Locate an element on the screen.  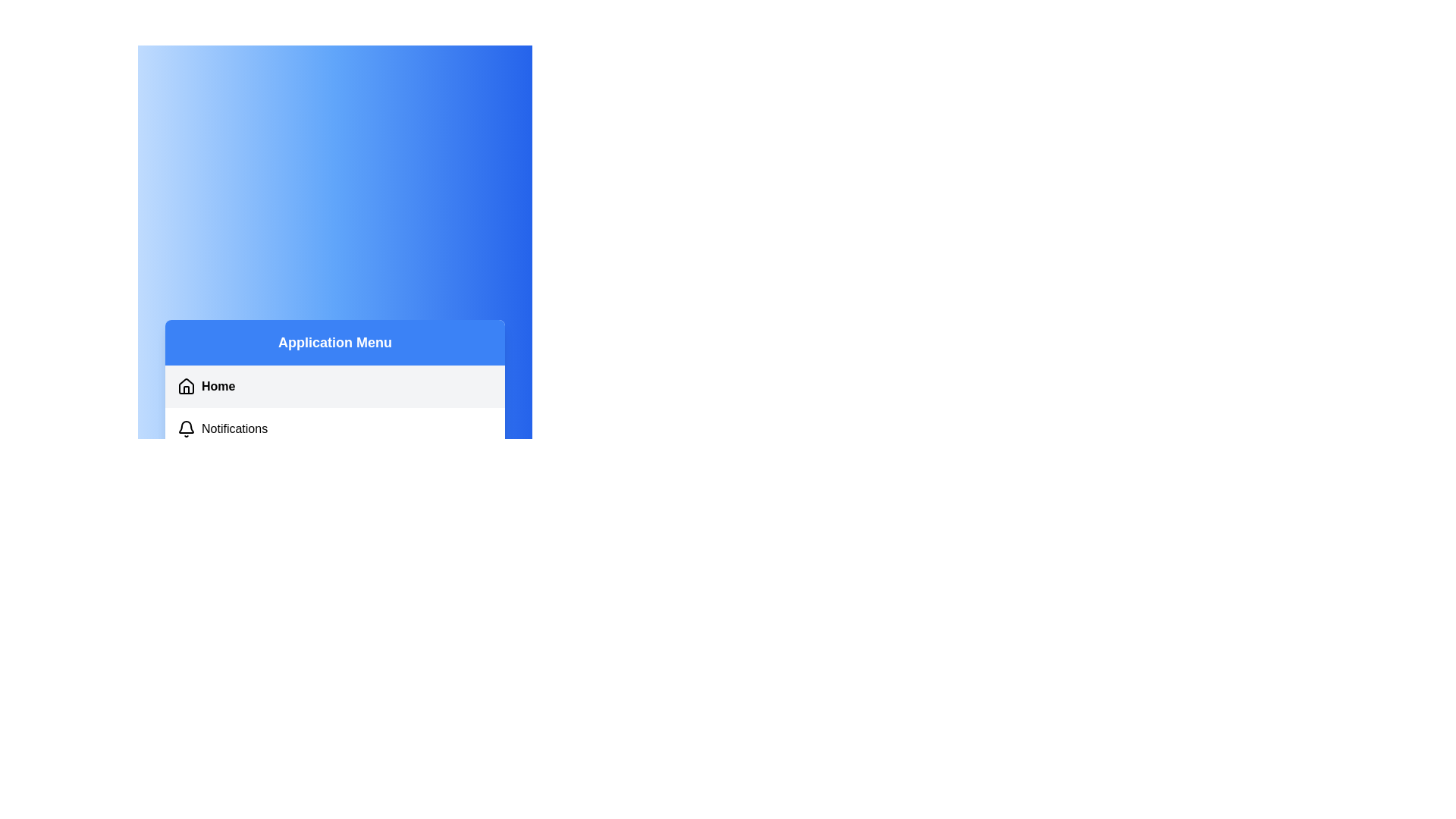
the menu item Home is located at coordinates (334, 385).